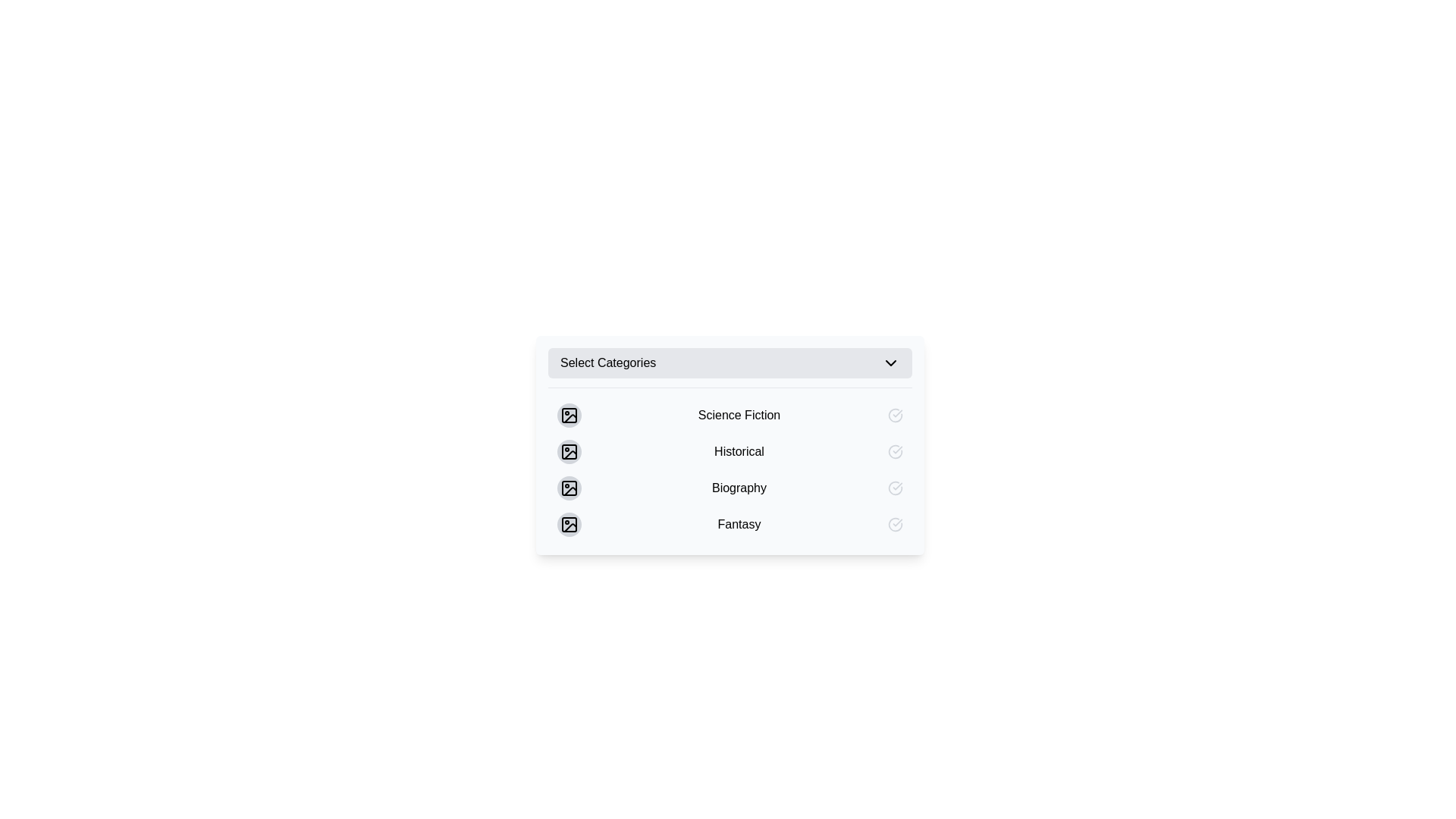 The width and height of the screenshot is (1456, 819). What do you see at coordinates (568, 451) in the screenshot?
I see `the second icon in the vertical list of four icons on the left side, which indicates the absence of an associated image for the 'Historical' category` at bounding box center [568, 451].